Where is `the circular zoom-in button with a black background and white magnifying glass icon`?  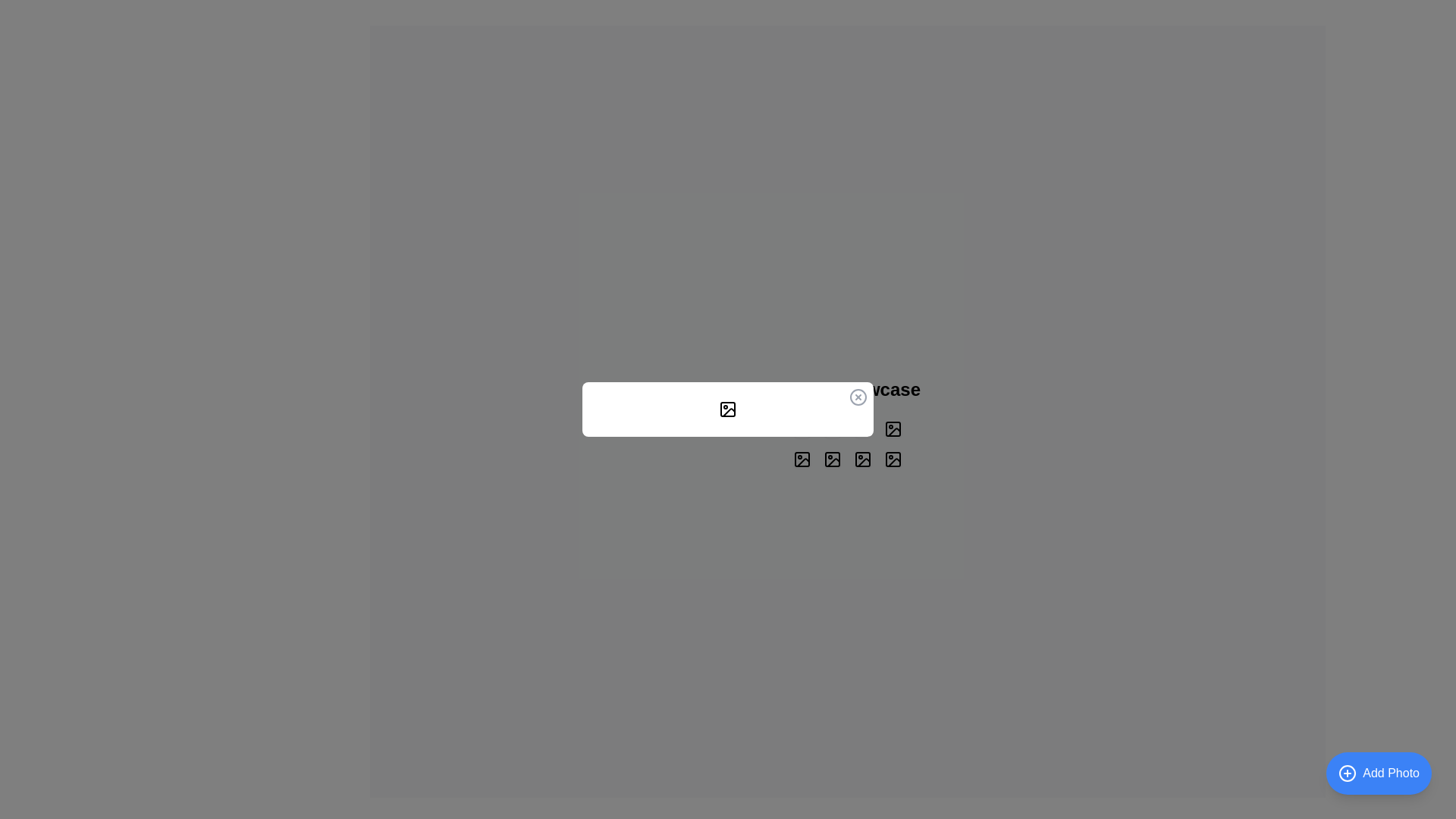 the circular zoom-in button with a black background and white magnifying glass icon is located at coordinates (893, 429).